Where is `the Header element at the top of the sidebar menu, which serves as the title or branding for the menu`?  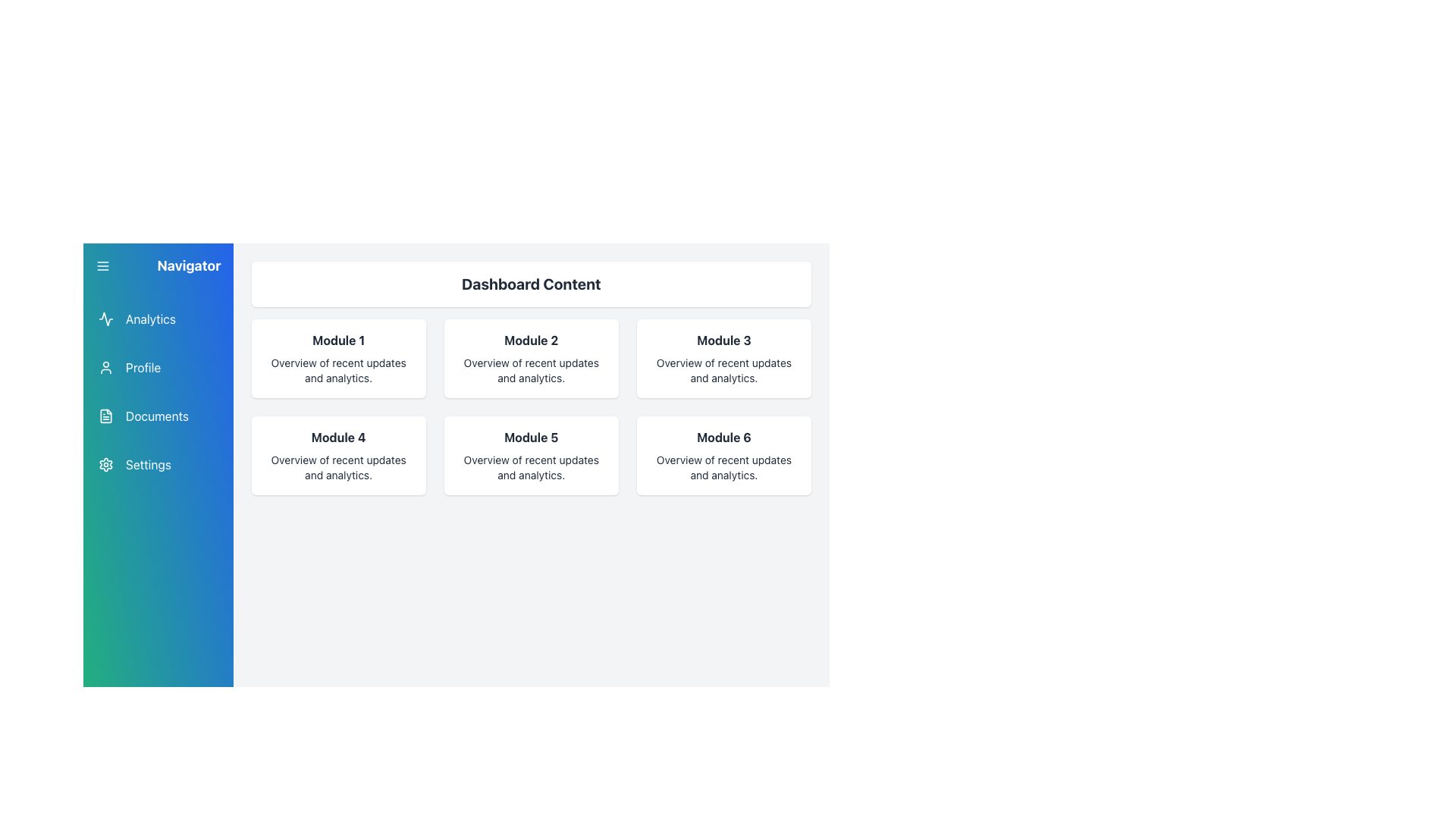 the Header element at the top of the sidebar menu, which serves as the title or branding for the menu is located at coordinates (158, 265).